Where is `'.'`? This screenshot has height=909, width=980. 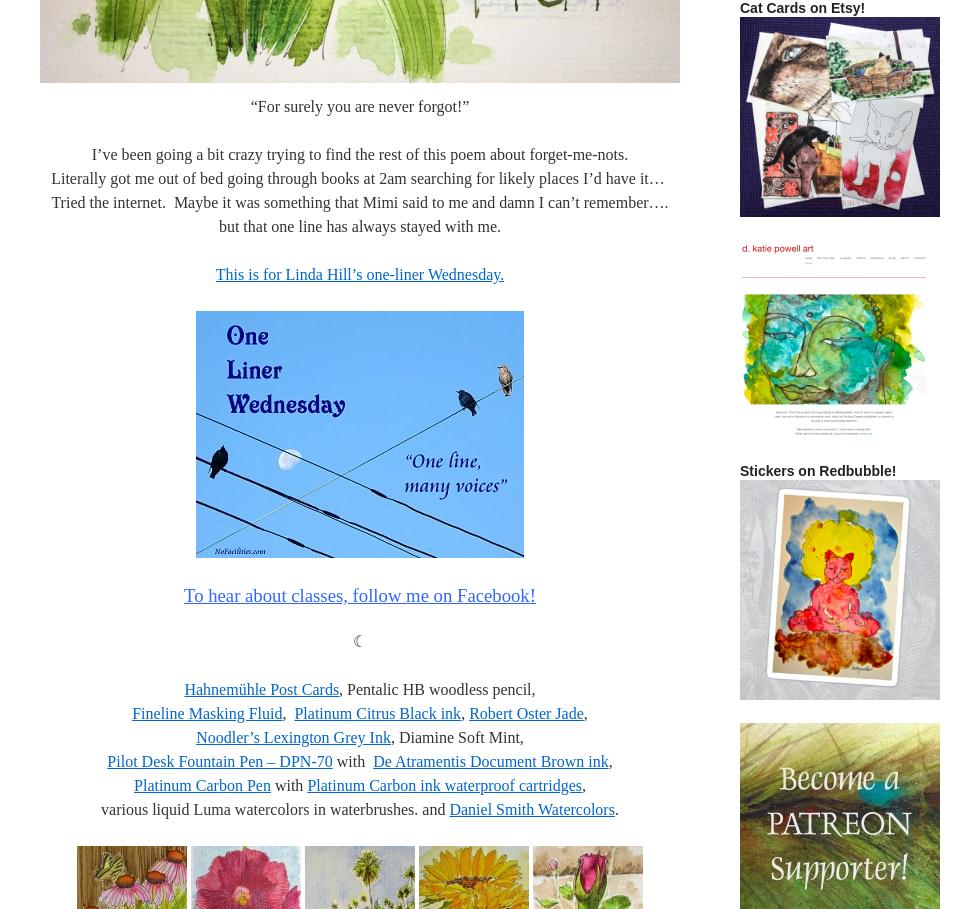 '.' is located at coordinates (616, 809).